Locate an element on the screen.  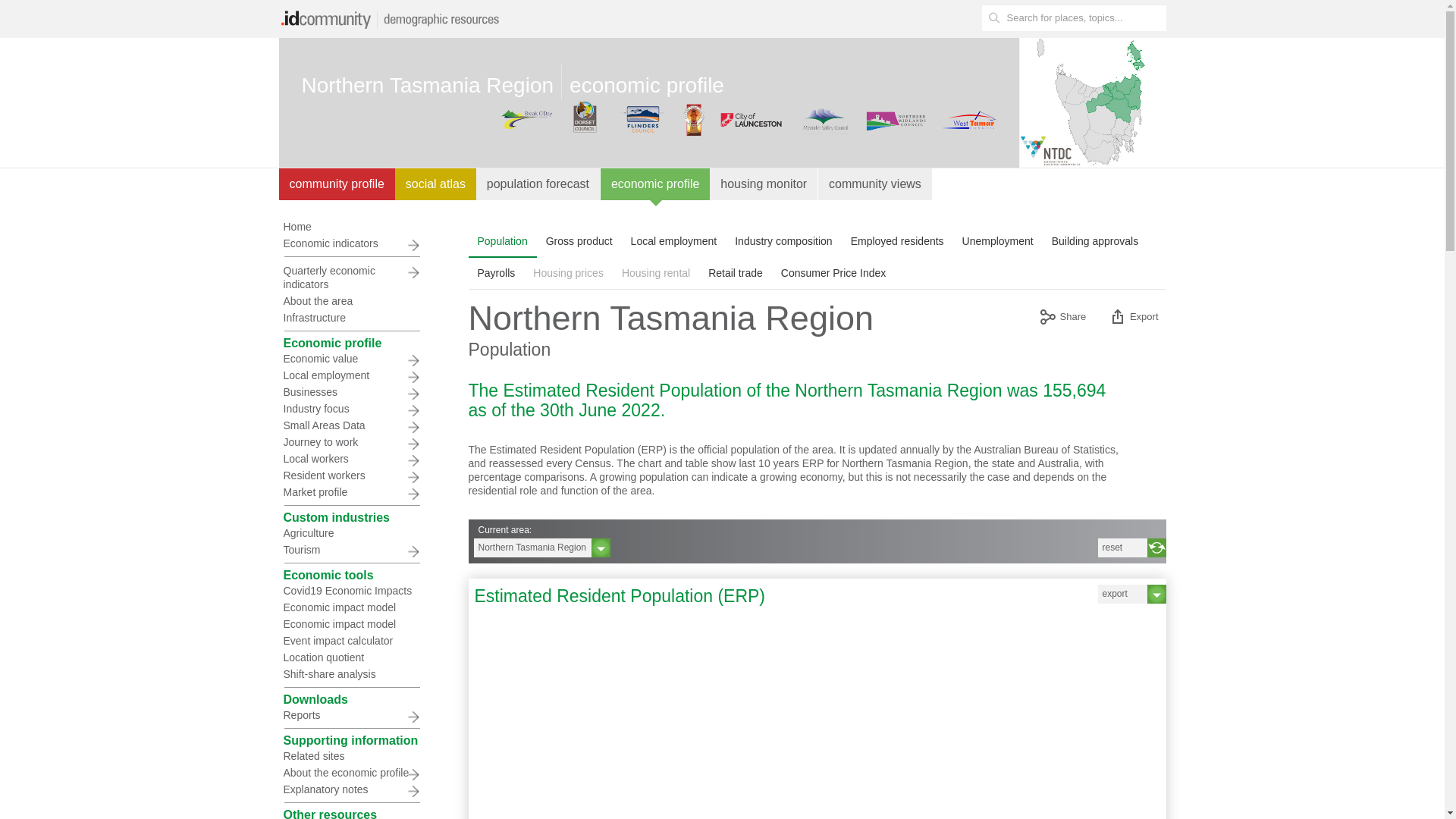
'Covid19 Economic Impacts' is located at coordinates (350, 590).